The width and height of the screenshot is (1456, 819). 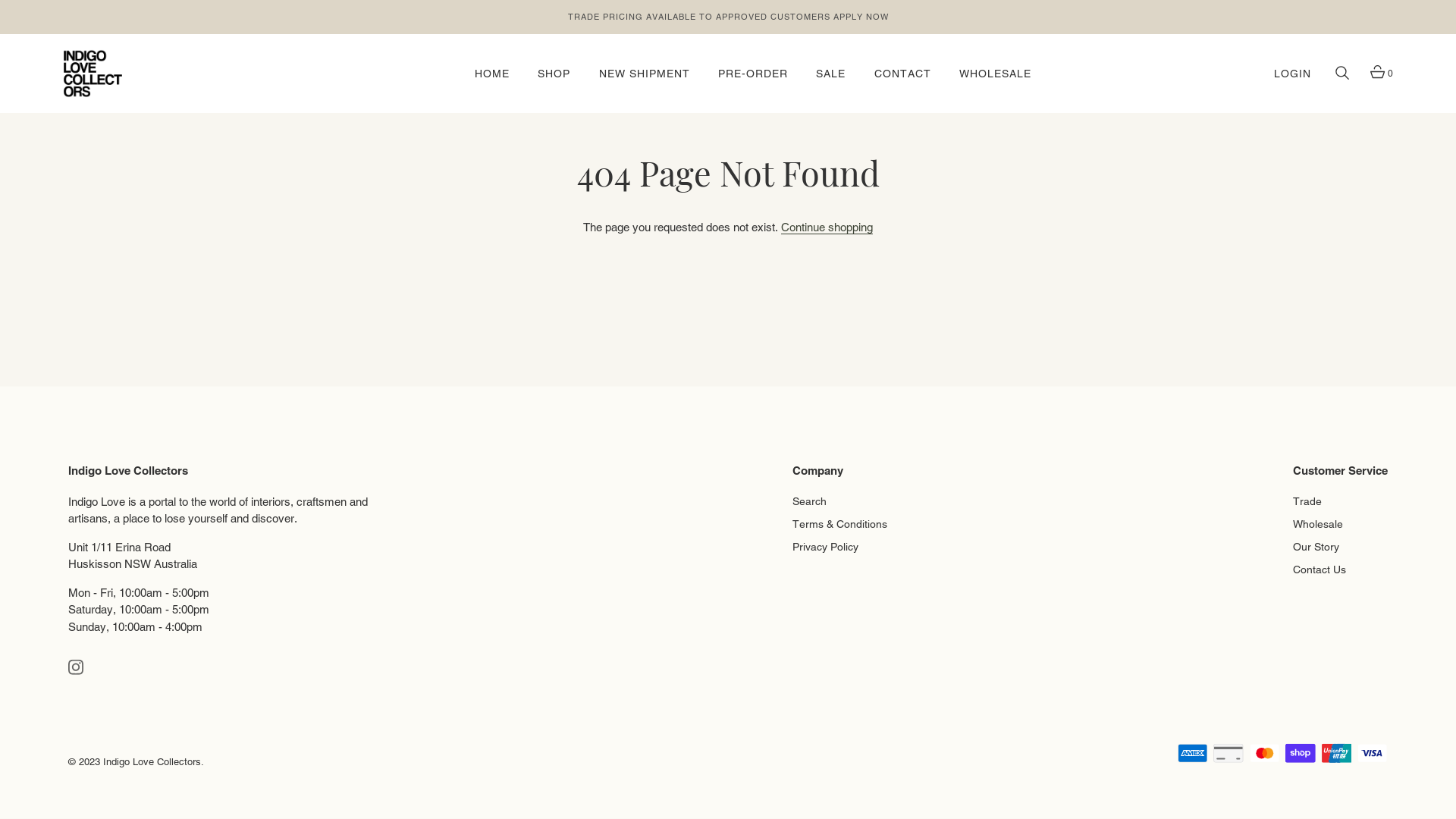 What do you see at coordinates (995, 74) in the screenshot?
I see `'WHOLESALE'` at bounding box center [995, 74].